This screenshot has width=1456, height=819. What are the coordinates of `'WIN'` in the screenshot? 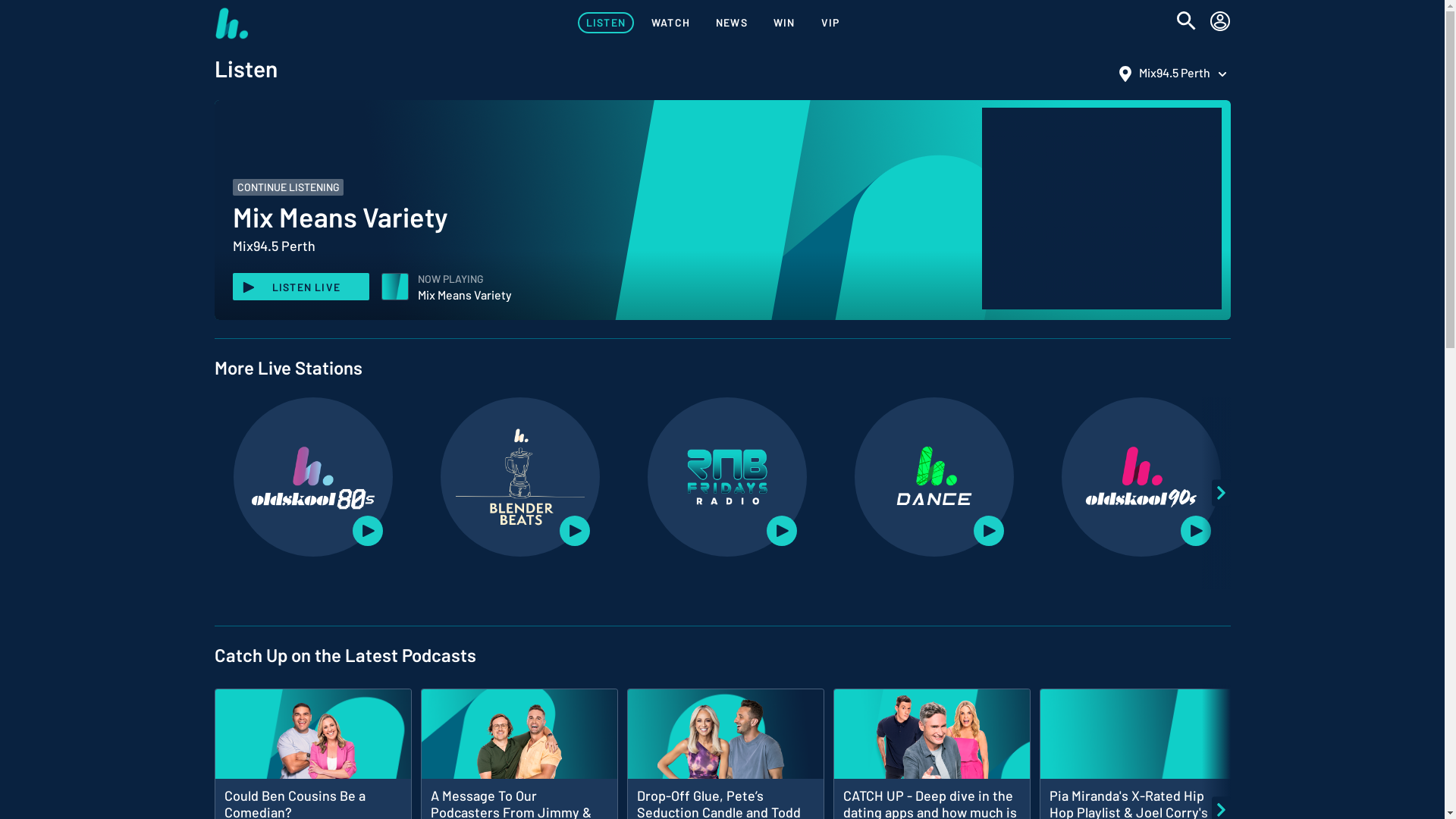 It's located at (784, 23).